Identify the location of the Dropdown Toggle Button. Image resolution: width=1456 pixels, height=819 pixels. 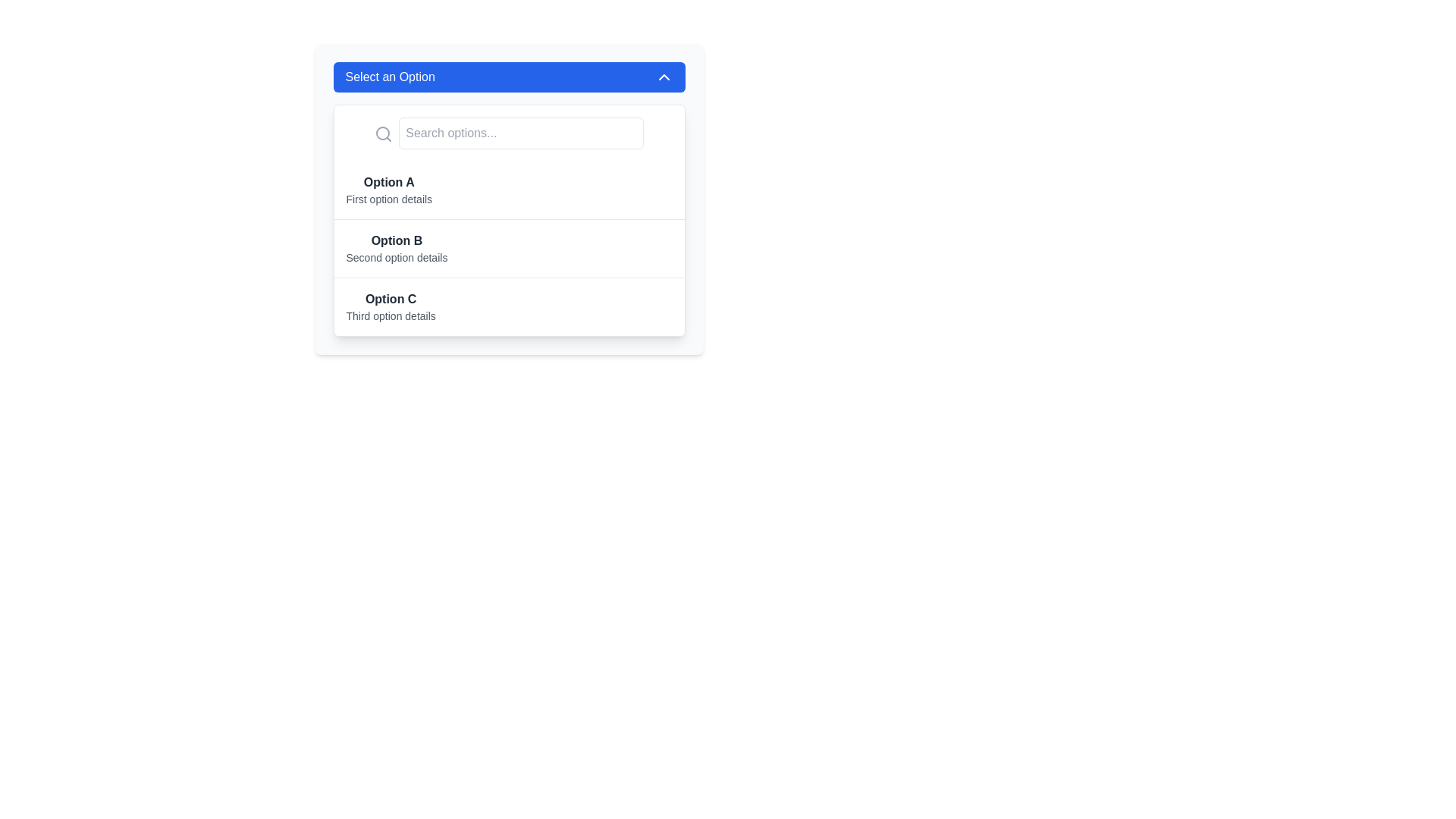
(509, 77).